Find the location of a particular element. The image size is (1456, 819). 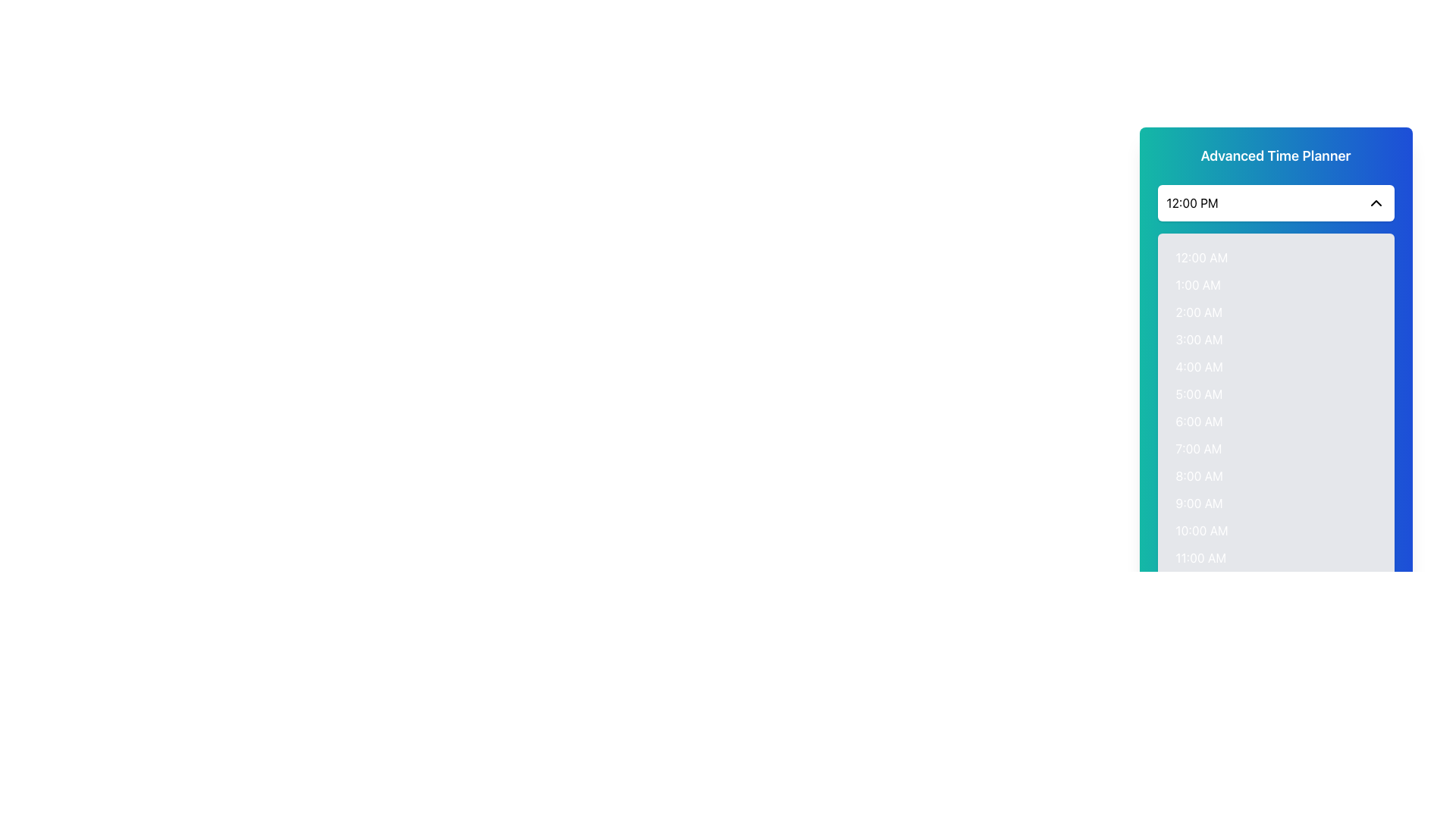

the rectangular button labeled '8:00 AM' is located at coordinates (1275, 475).